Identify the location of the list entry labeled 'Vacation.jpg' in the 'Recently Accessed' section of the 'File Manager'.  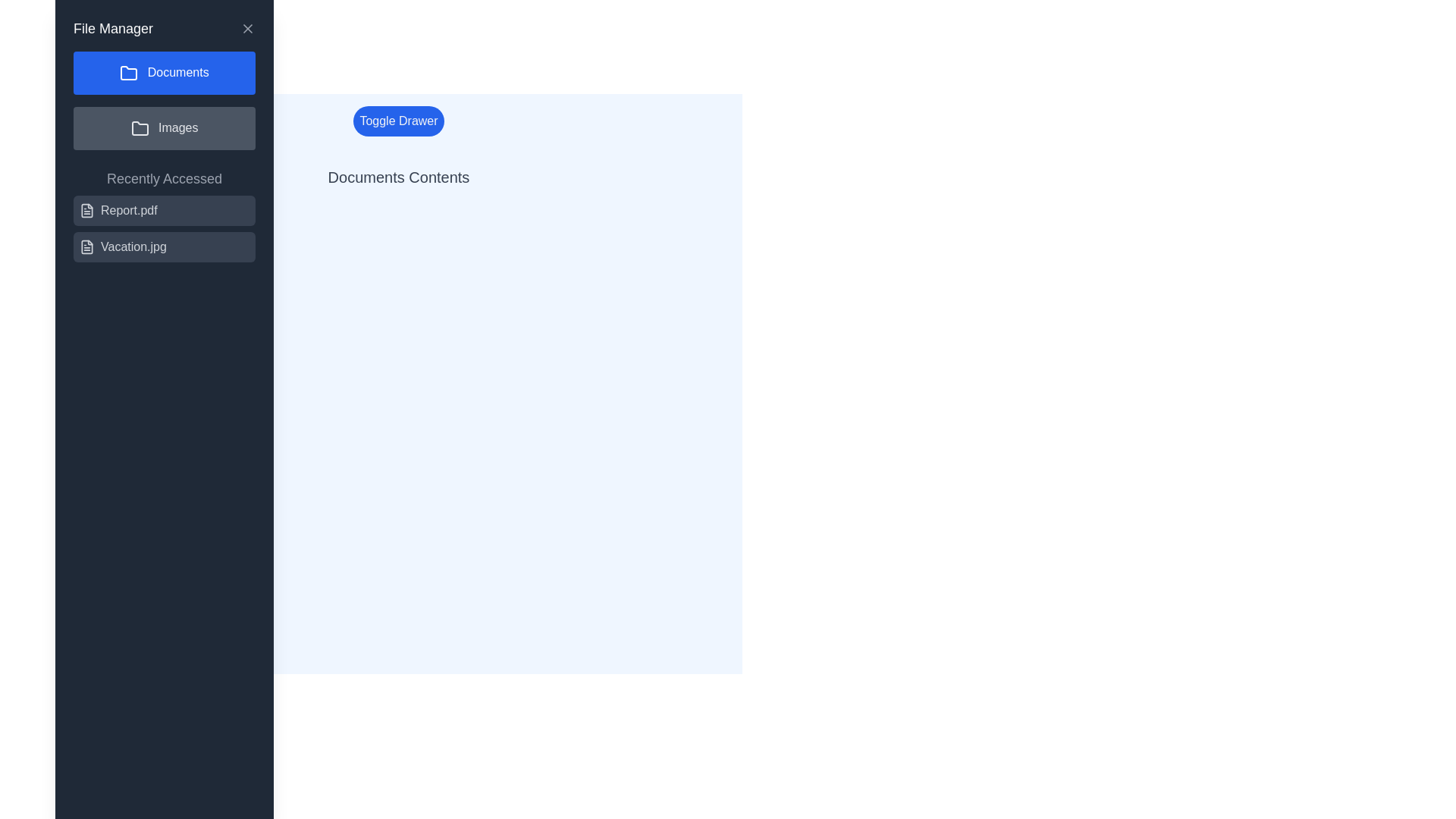
(164, 245).